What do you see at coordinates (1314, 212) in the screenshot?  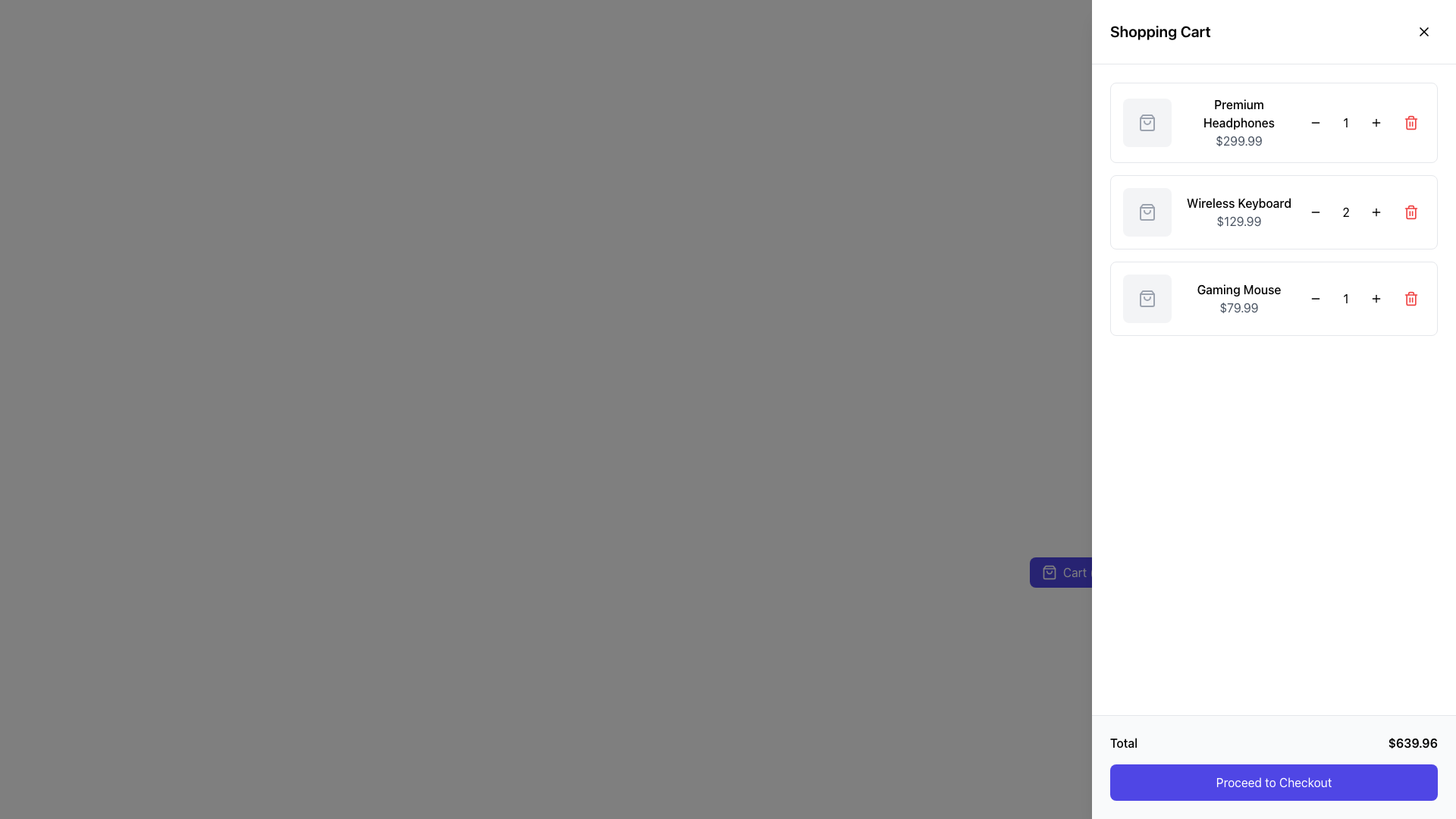 I see `the minus button in the quantity adjustment section of the Wireless Keyboard item in the shopping cart to reduce the quantity` at bounding box center [1314, 212].